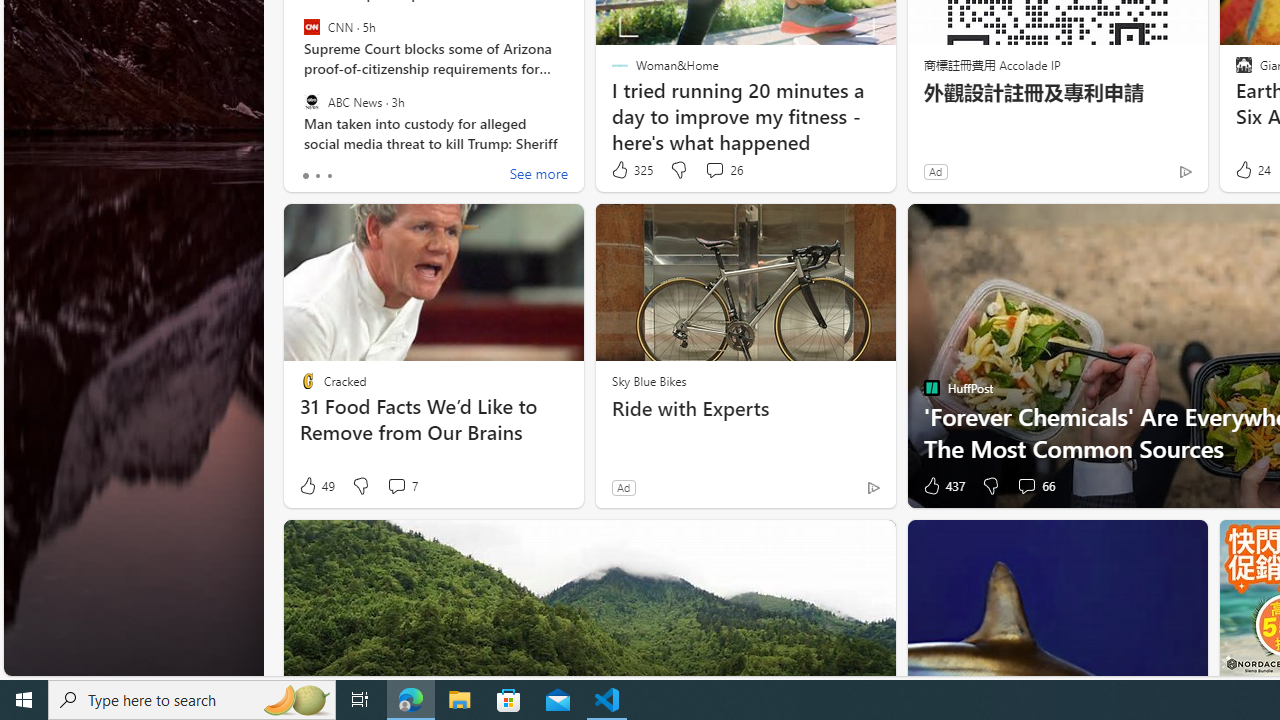  What do you see at coordinates (316, 175) in the screenshot?
I see `'tab-1'` at bounding box center [316, 175].